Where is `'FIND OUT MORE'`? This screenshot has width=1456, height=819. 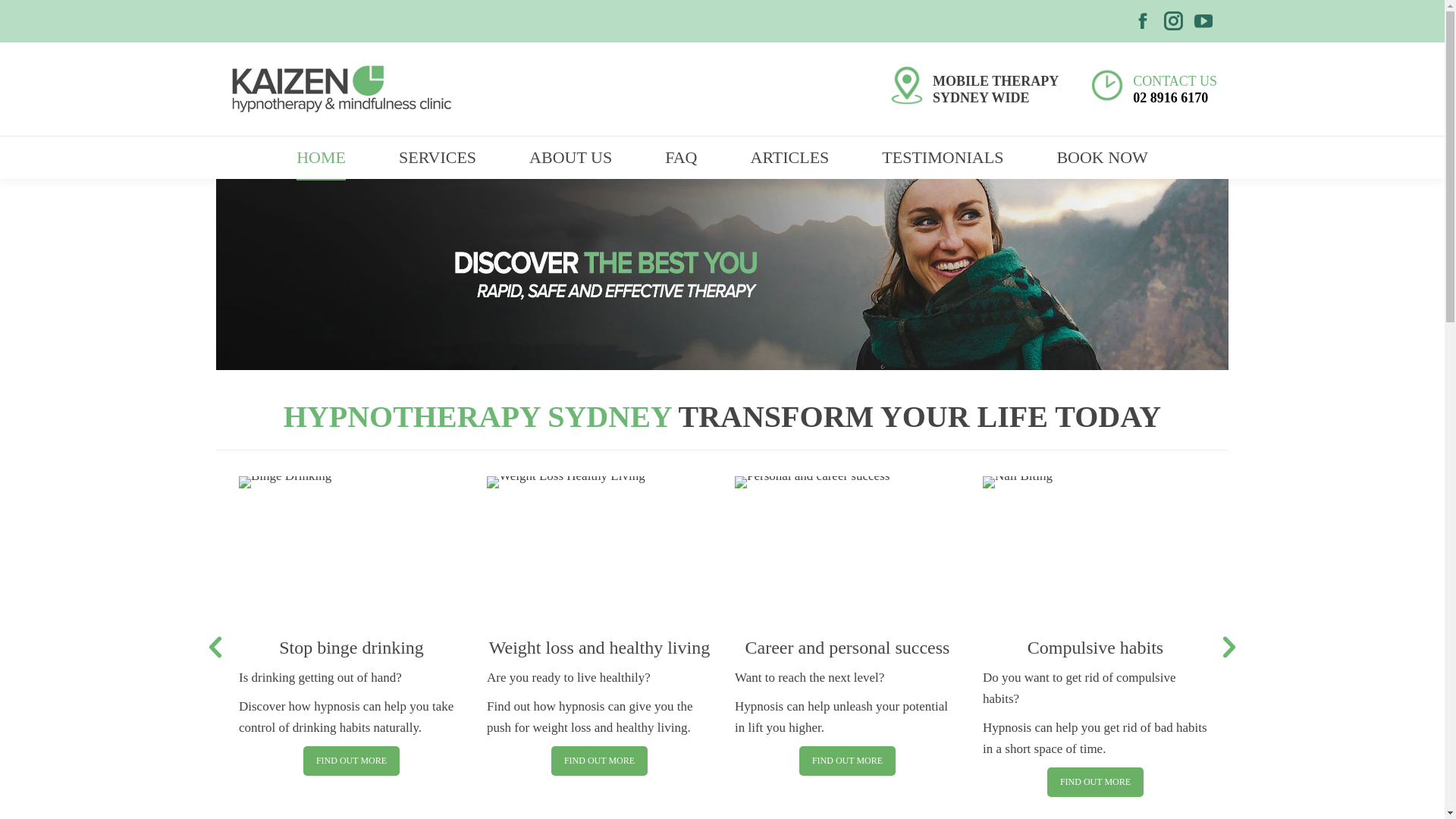 'FIND OUT MORE' is located at coordinates (1095, 782).